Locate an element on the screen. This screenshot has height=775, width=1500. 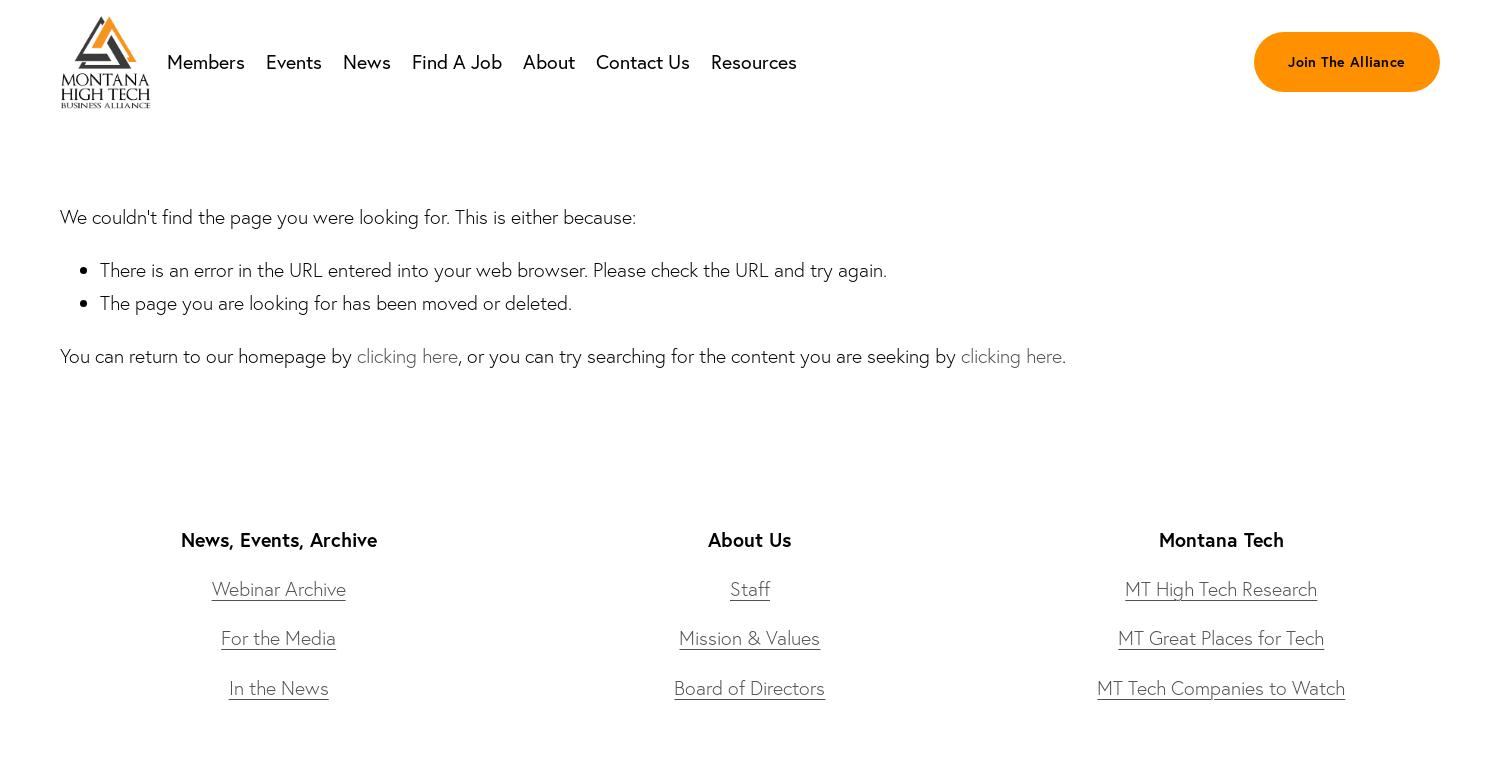
'News, Events, Archive' is located at coordinates (277, 538).